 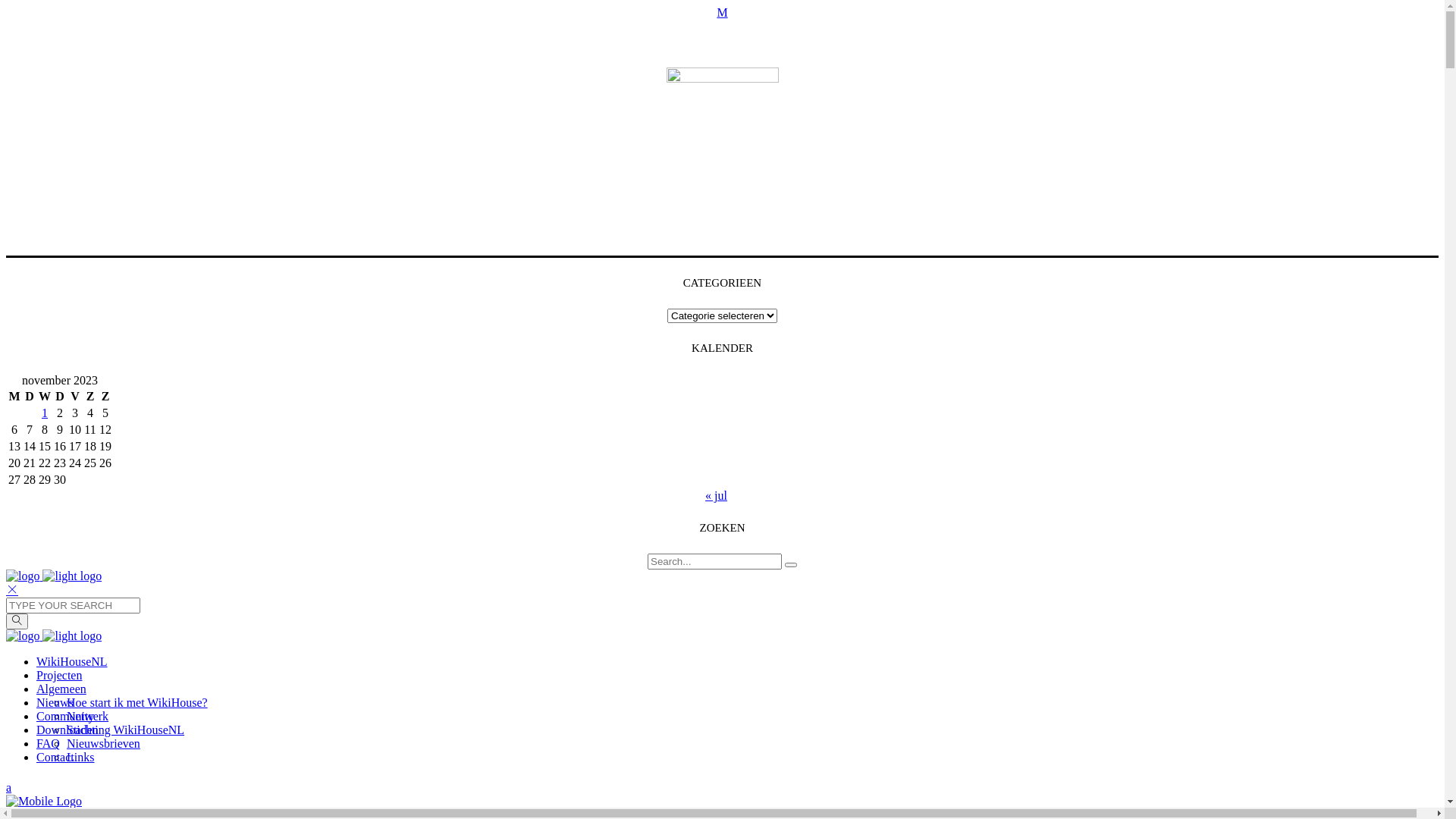 I want to click on '1', so click(x=44, y=413).